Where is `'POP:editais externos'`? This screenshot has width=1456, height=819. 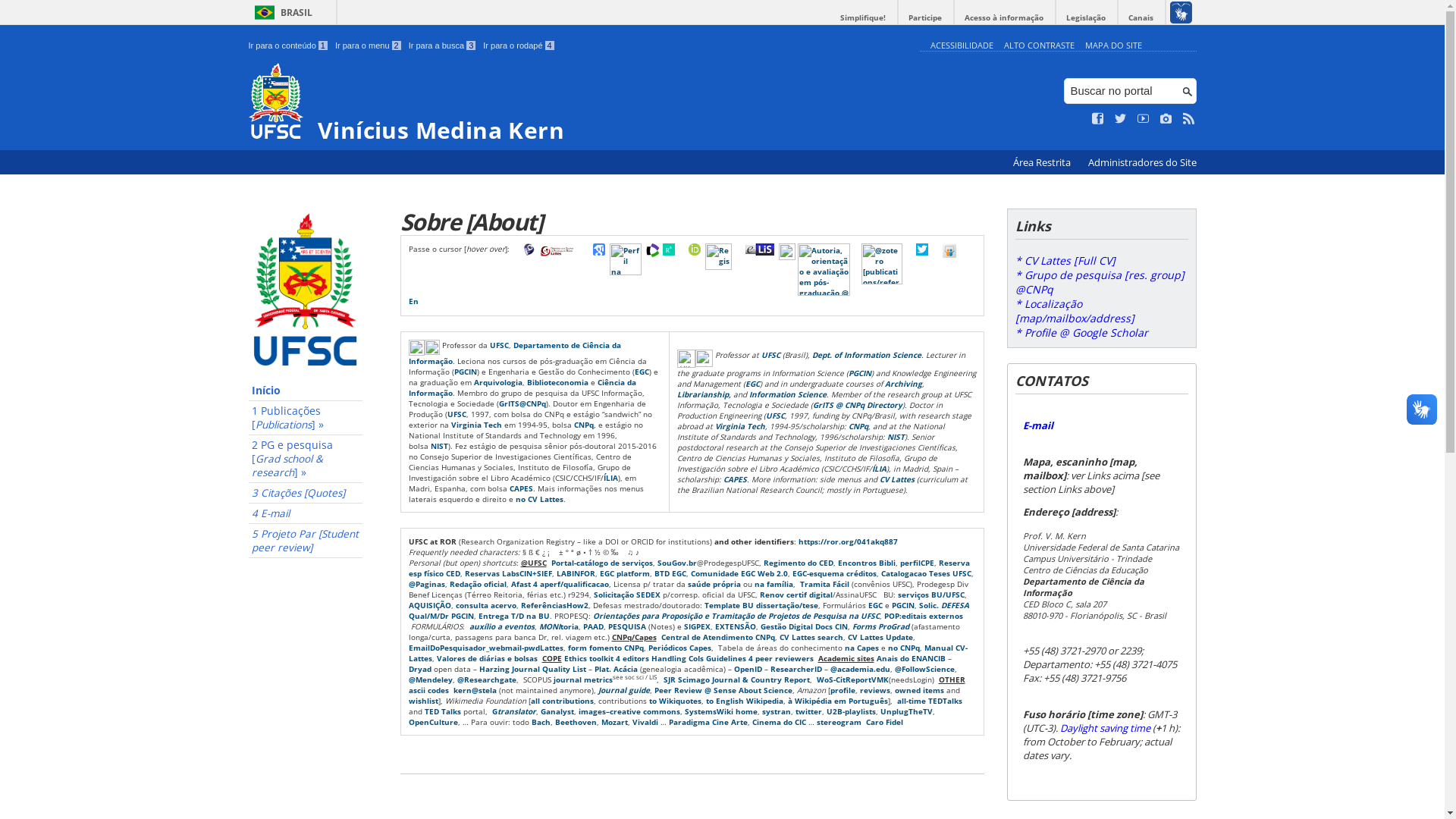
'POP:editais externos' is located at coordinates (923, 616).